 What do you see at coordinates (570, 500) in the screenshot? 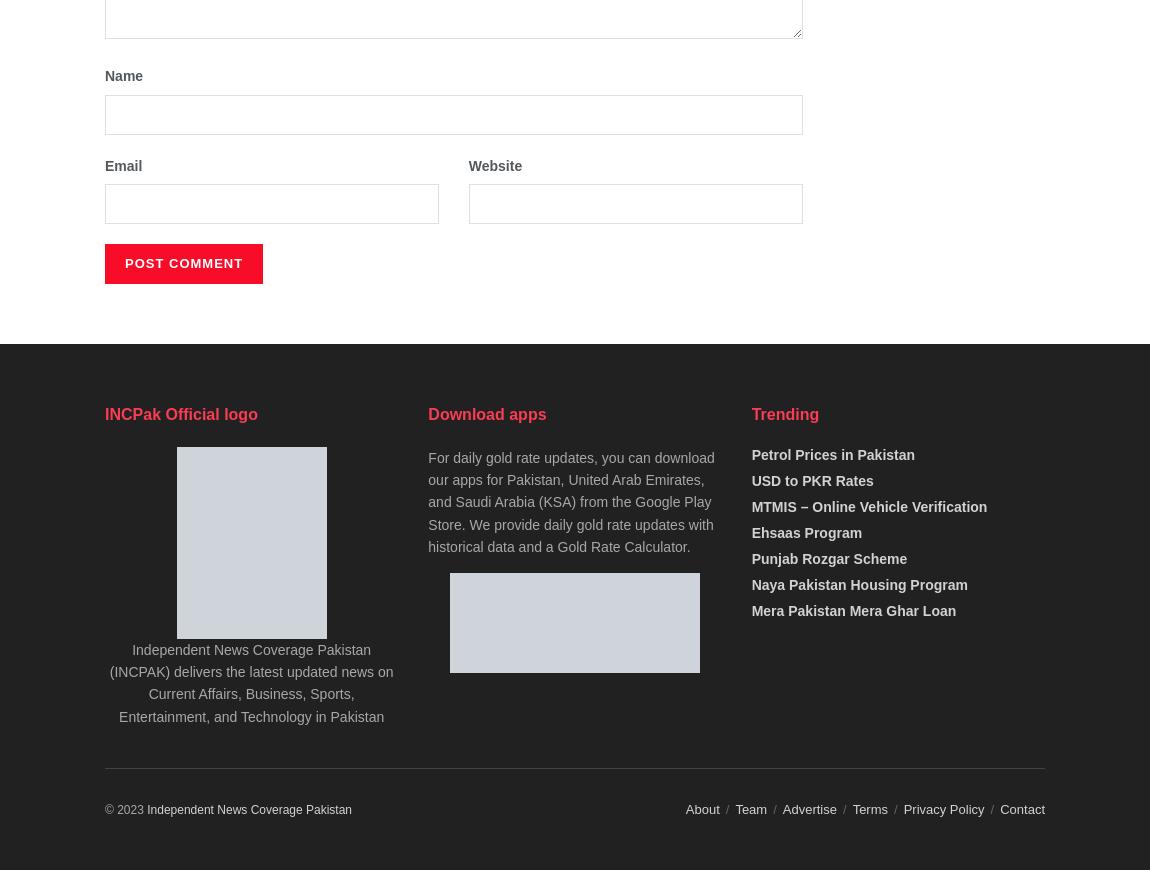
I see `'For daily gold rate updates, you can download our apps for Pakistan, United Arab Emirates, and Saudi Arabia (KSA) from the Google Play Store. We provide daily gold rate updates with historical data and a Gold Rate Calculator.'` at bounding box center [570, 500].